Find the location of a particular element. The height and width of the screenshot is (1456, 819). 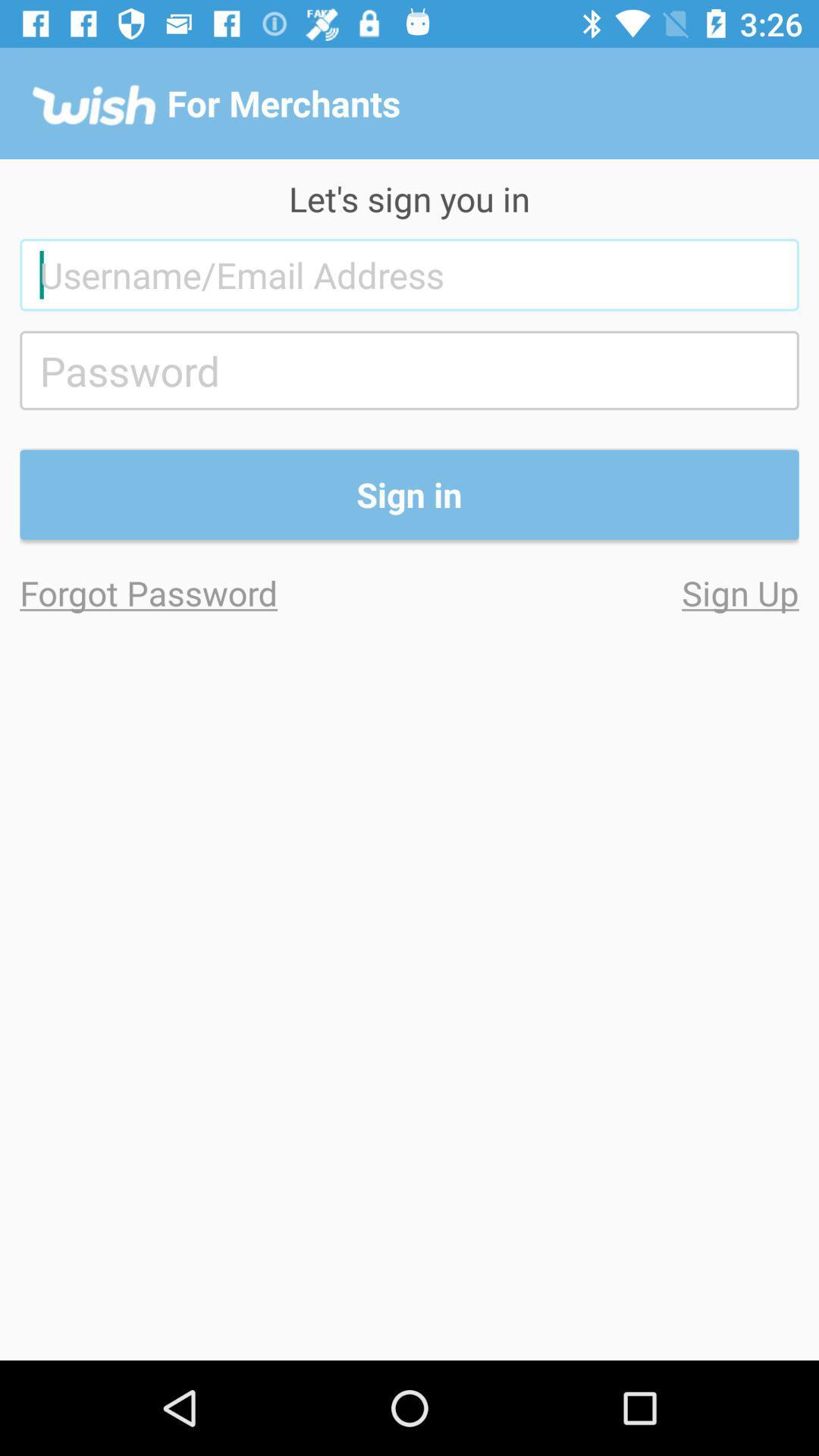

the sign up icon is located at coordinates (603, 591).